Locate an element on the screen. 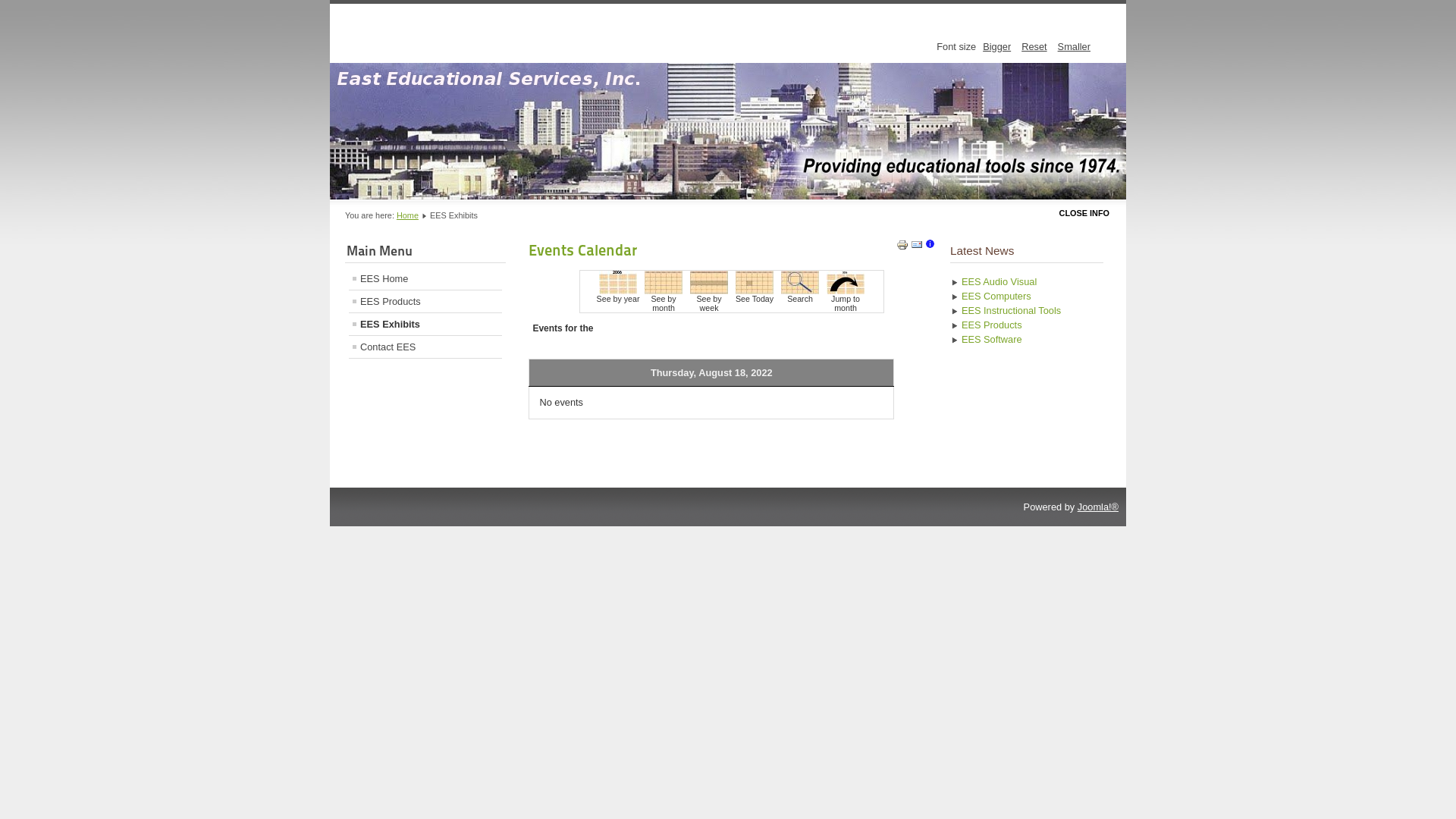 Image resolution: width=1456 pixels, height=819 pixels. 'Reset' is located at coordinates (1033, 45).